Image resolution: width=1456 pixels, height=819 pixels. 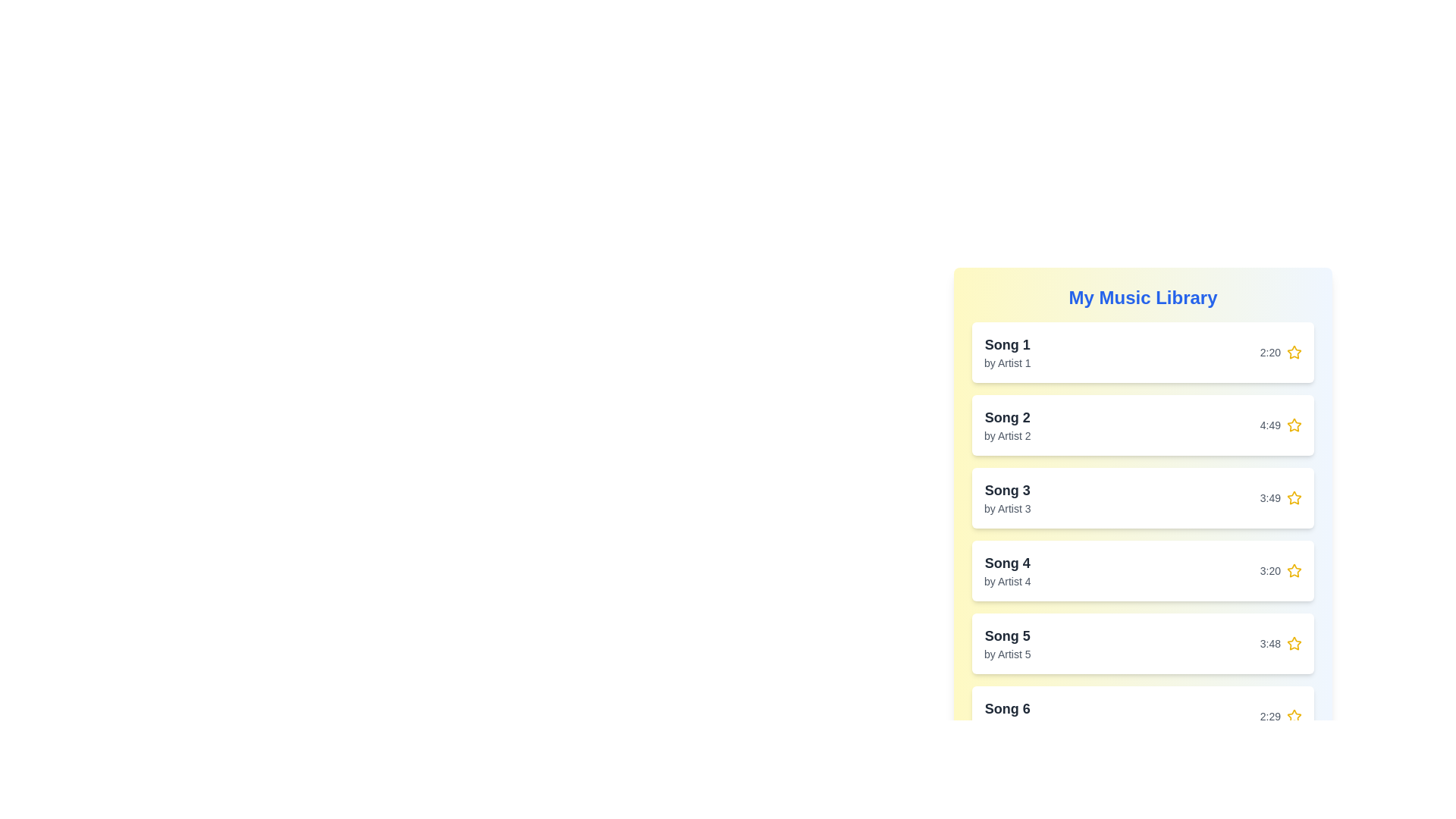 What do you see at coordinates (1143, 298) in the screenshot?
I see `the static text heading that serves as the title for the music library section, positioned at the top of the song list` at bounding box center [1143, 298].